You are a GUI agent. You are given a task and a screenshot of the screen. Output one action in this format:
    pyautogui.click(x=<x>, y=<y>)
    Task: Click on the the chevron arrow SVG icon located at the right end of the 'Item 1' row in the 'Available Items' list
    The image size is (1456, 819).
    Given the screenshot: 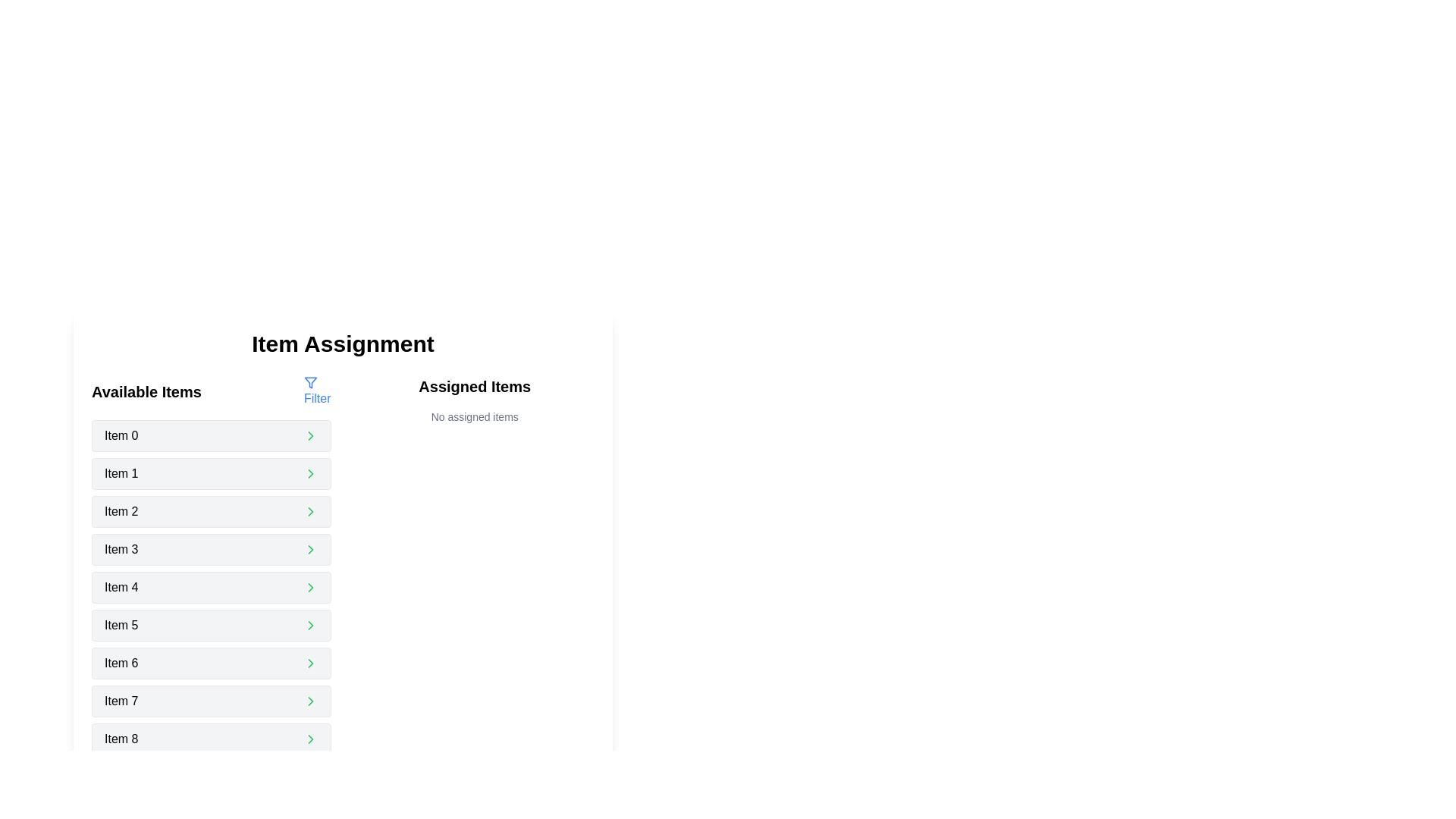 What is the action you would take?
    pyautogui.click(x=309, y=435)
    